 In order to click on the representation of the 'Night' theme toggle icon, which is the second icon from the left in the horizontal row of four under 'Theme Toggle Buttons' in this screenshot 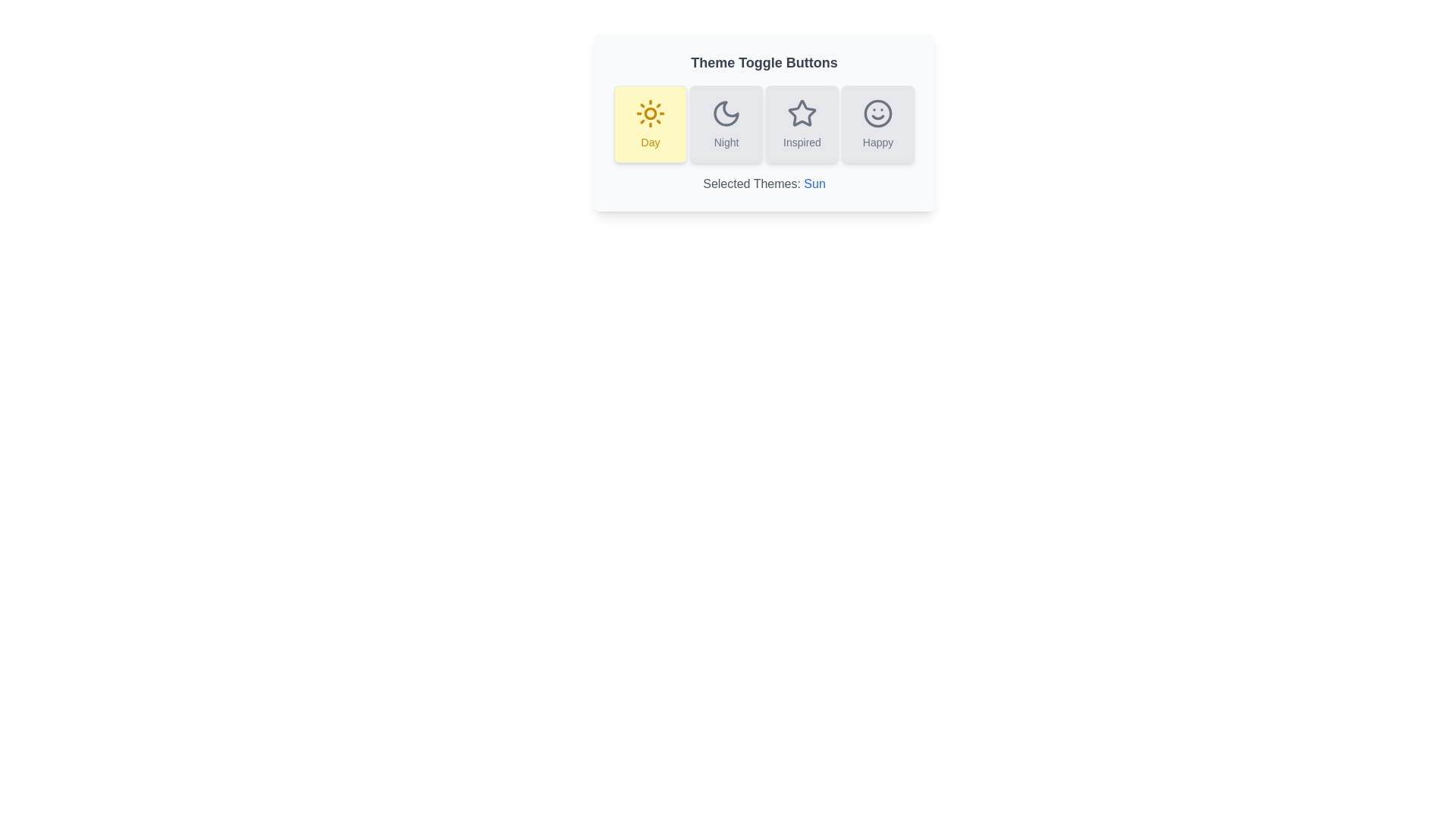, I will do `click(726, 113)`.